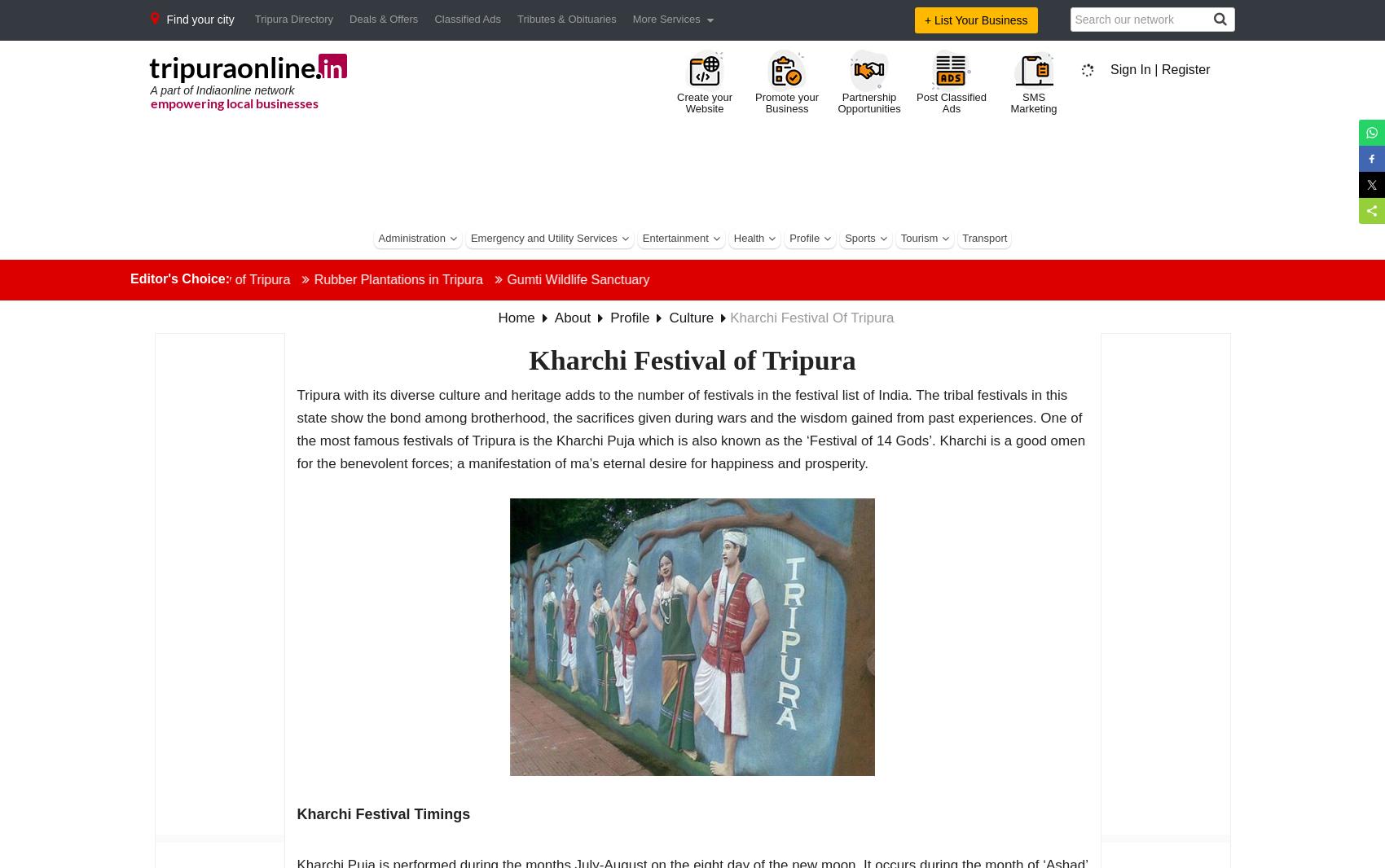  What do you see at coordinates (952, 102) in the screenshot?
I see `'Post Classified Ads'` at bounding box center [952, 102].